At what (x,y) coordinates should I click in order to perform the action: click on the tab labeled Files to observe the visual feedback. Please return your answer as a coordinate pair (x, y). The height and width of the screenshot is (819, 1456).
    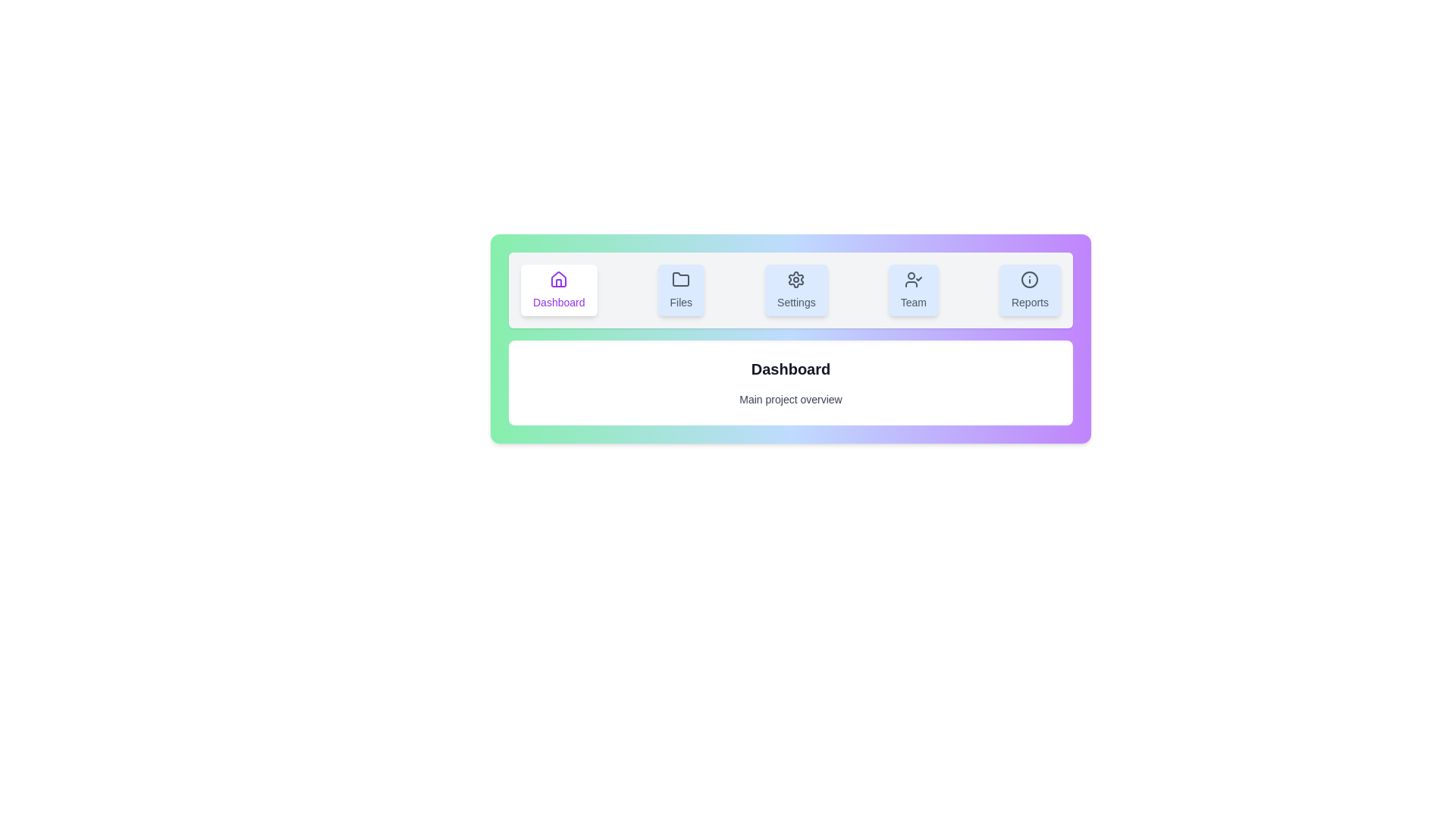
    Looking at the image, I should click on (680, 290).